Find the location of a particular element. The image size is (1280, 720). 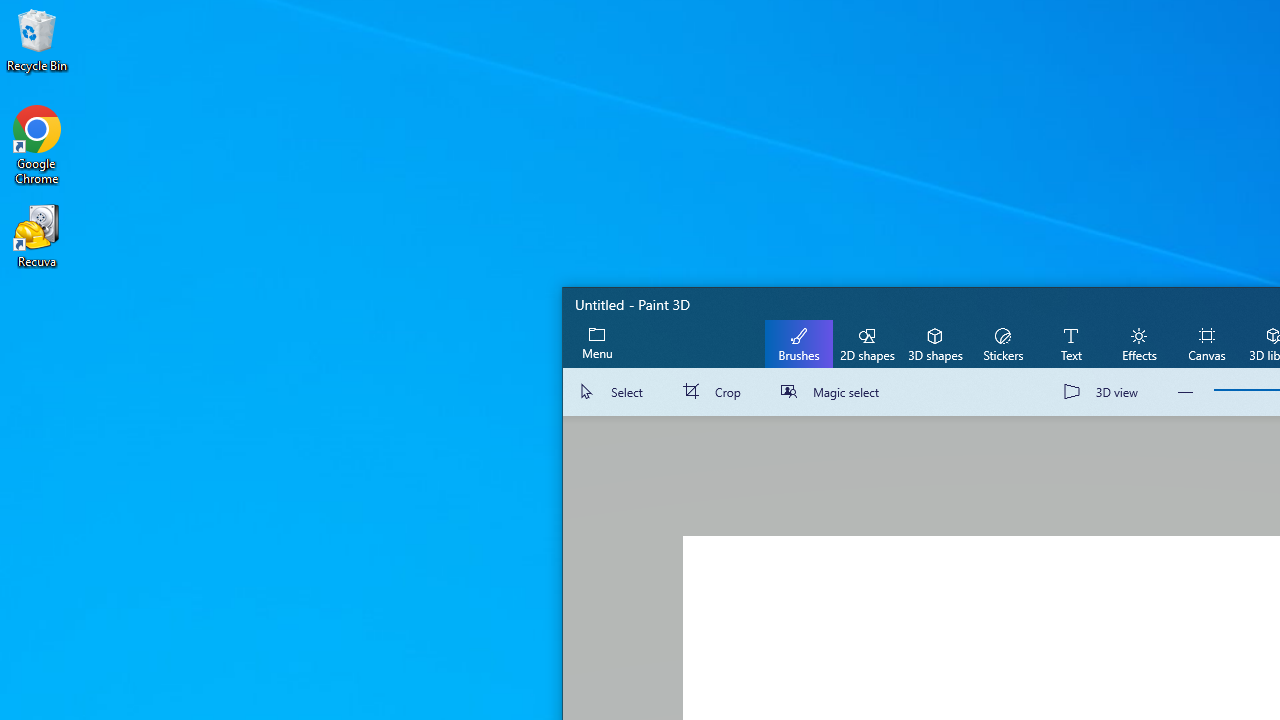

'2D shapes' is located at coordinates (867, 342).